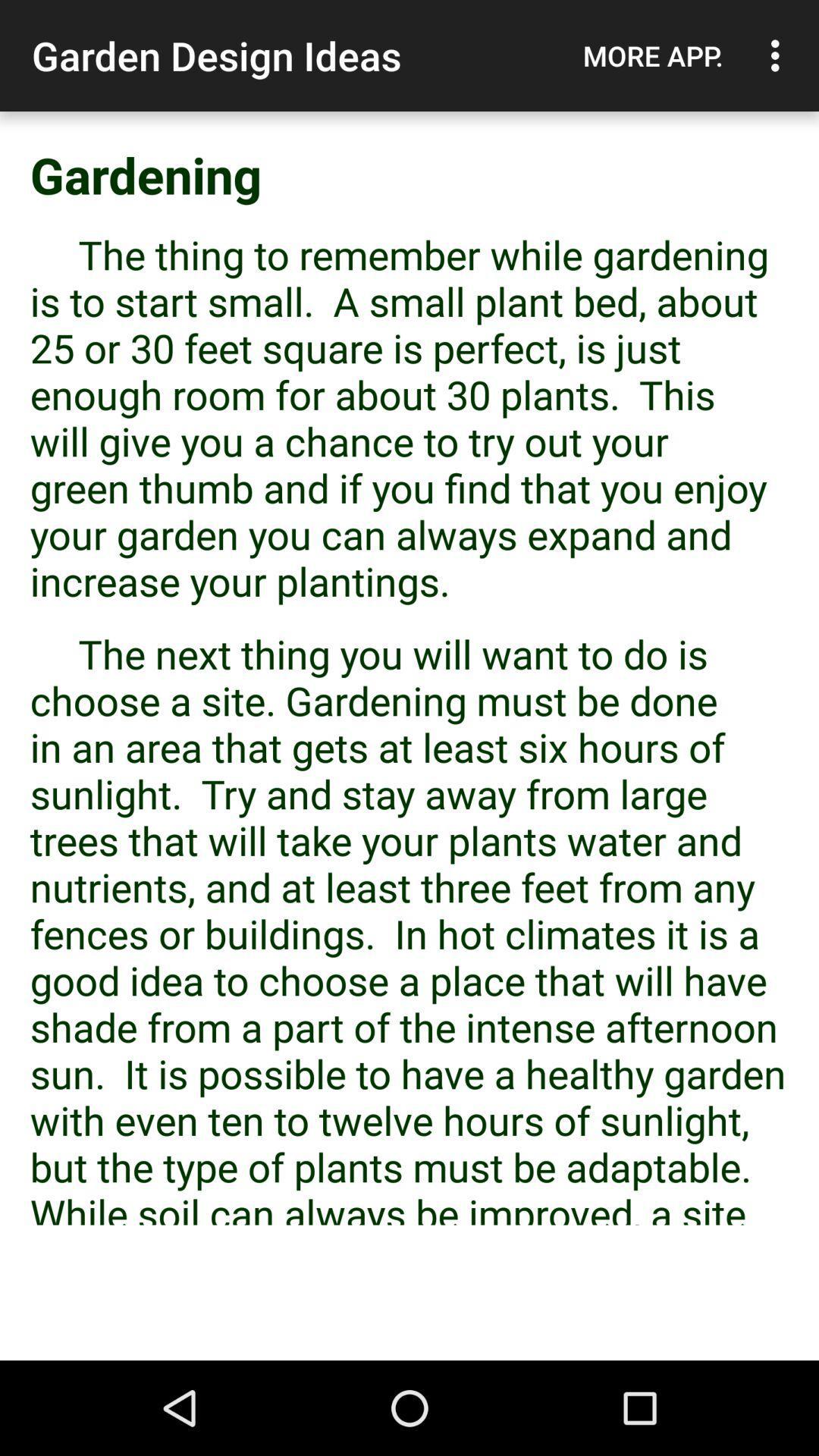 The width and height of the screenshot is (819, 1456). What do you see at coordinates (652, 55) in the screenshot?
I see `more app.` at bounding box center [652, 55].